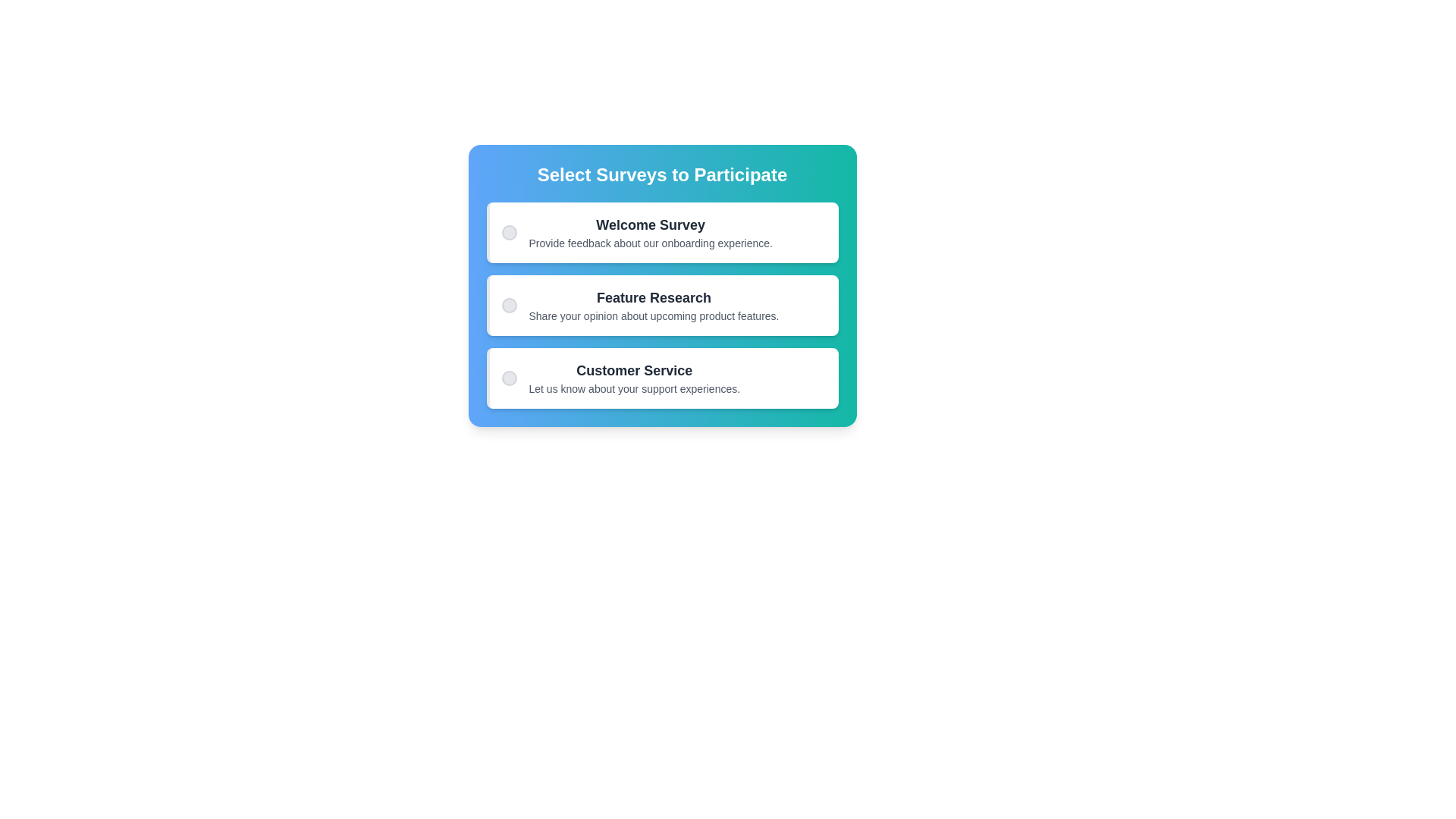  What do you see at coordinates (640, 305) in the screenshot?
I see `the group containing the bold title 'Feature Research' and the descriptive text 'Share your opinion about upcoming product features.', which is the second card in a vertical list` at bounding box center [640, 305].